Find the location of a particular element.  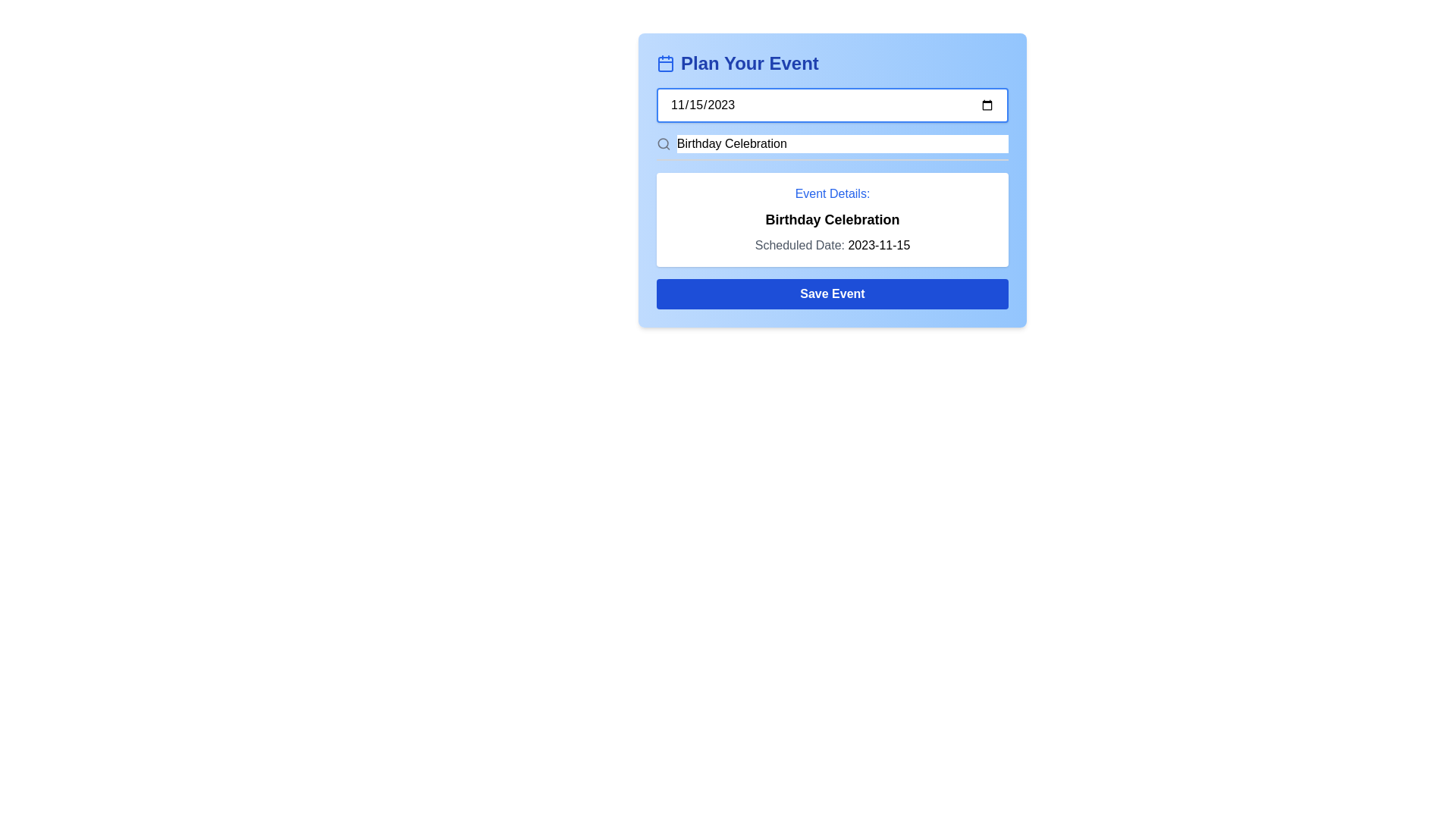

the text label that serves as the title 'Birthday Celebration', which is located directly below the 'Event Details:' heading is located at coordinates (832, 219).